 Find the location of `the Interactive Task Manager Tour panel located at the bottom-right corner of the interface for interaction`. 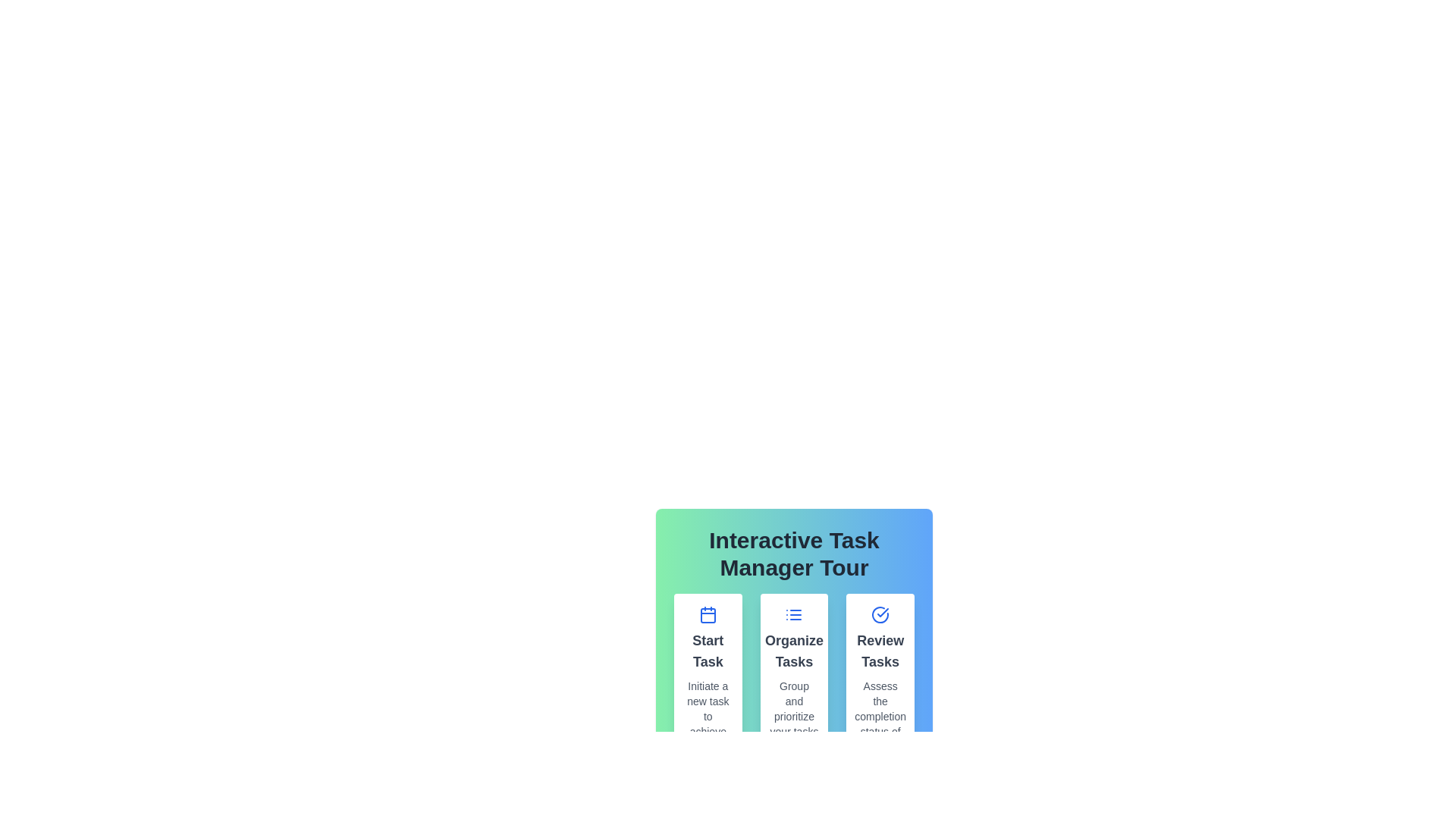

the Interactive Task Manager Tour panel located at the bottom-right corner of the interface for interaction is located at coordinates (793, 610).